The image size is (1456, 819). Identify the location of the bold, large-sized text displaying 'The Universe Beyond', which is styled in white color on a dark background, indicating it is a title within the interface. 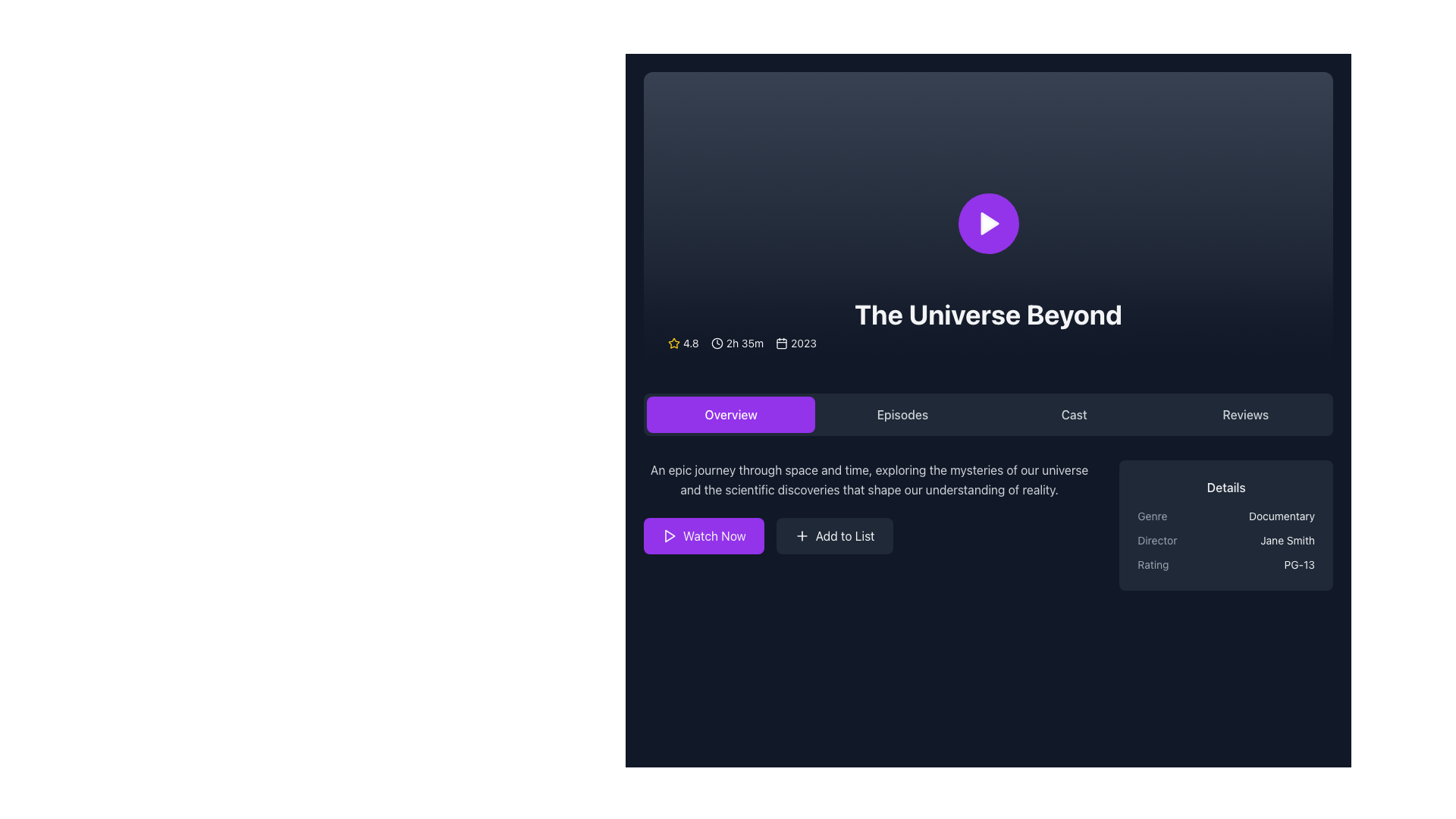
(988, 314).